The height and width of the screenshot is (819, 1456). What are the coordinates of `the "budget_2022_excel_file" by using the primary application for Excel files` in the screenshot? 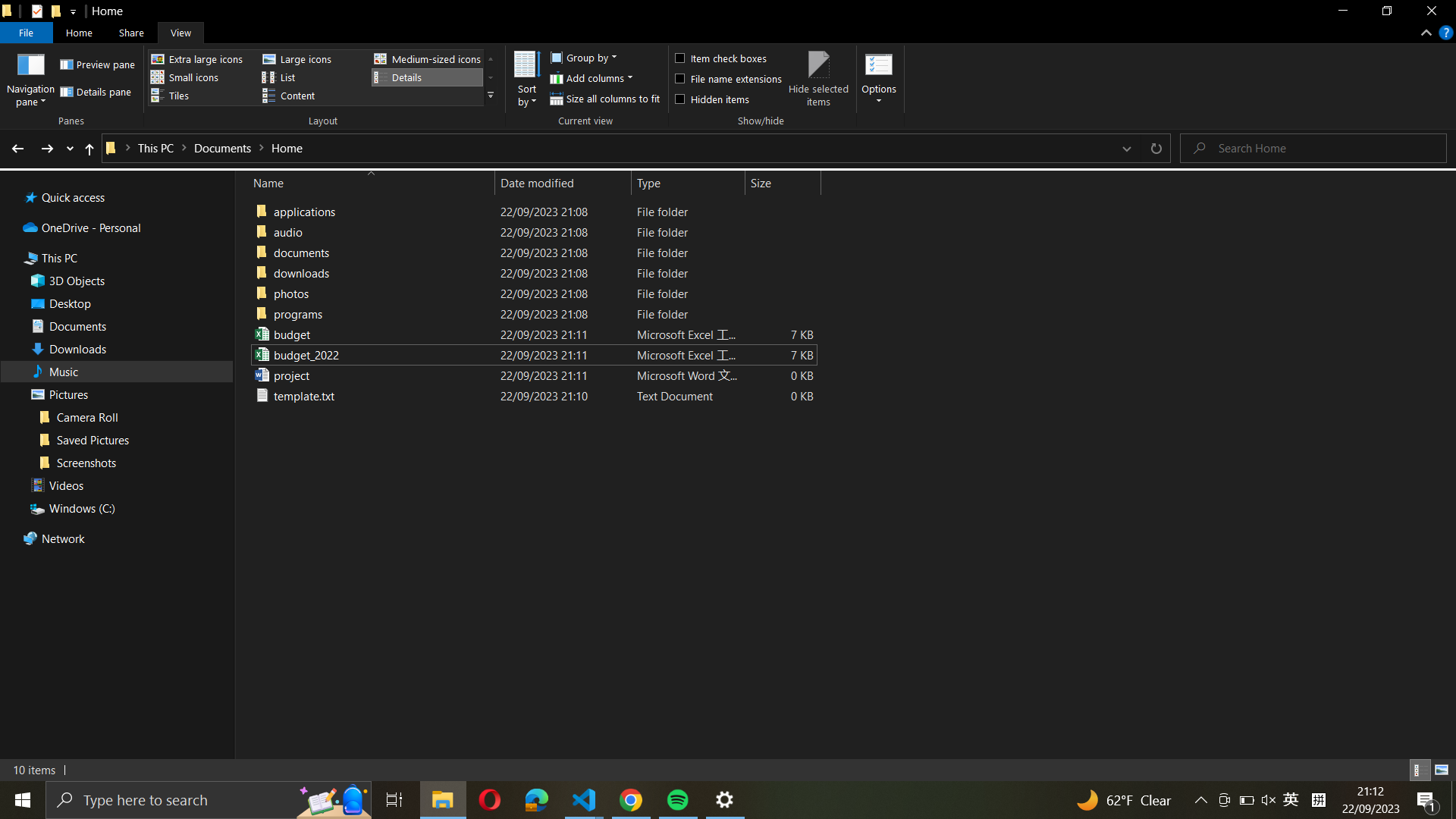 It's located at (531, 354).